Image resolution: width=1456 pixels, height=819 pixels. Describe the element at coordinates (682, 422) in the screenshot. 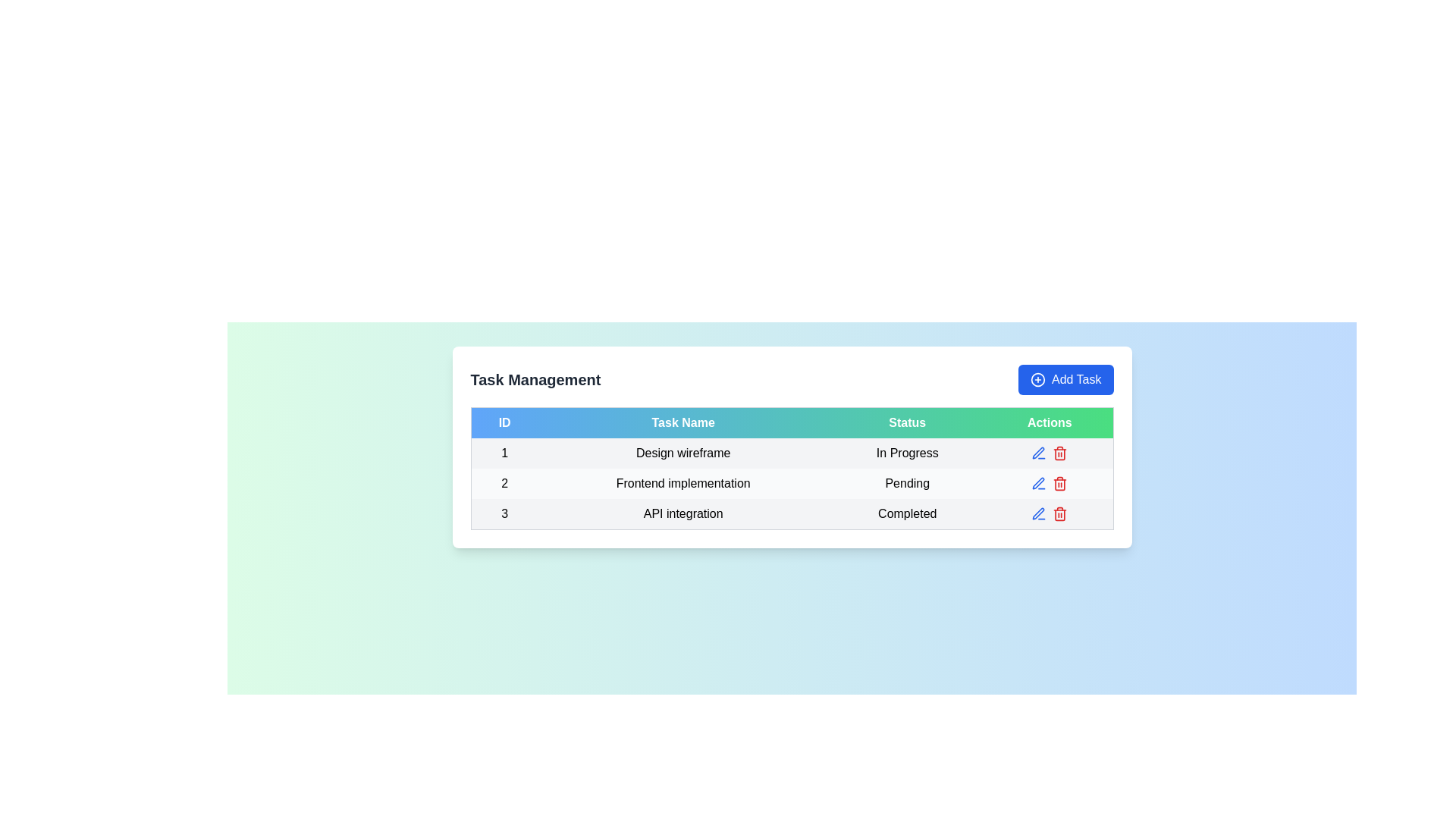

I see `the 'Task Name' header label in the table, which is located in the second position of the header row, between 'ID' and 'Status'` at that location.